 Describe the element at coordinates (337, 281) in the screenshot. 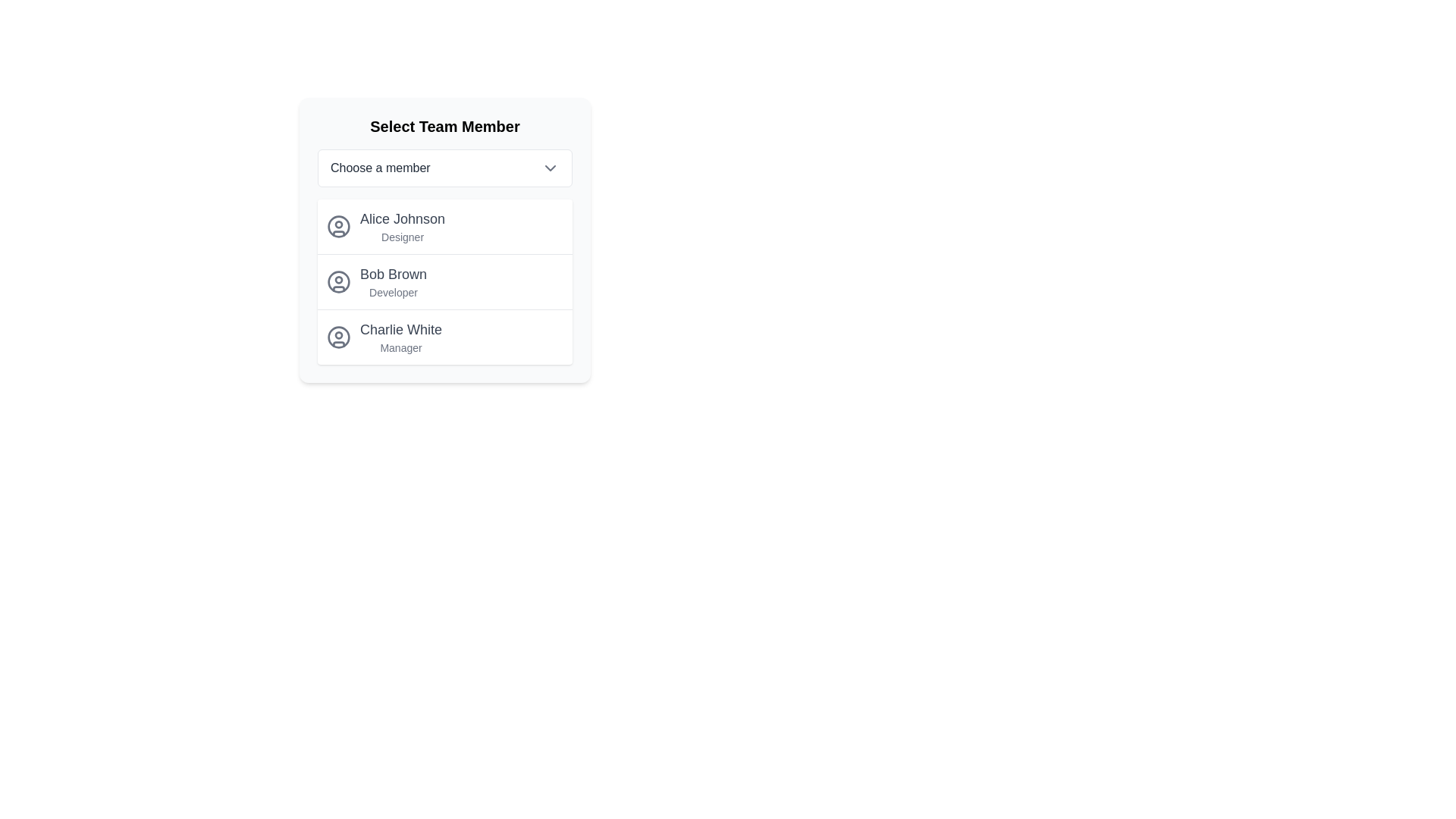

I see `the row containing the visual identifier for user 'Bob Brown', which is located in the second row beneath the header 'Select Team Member'` at that location.